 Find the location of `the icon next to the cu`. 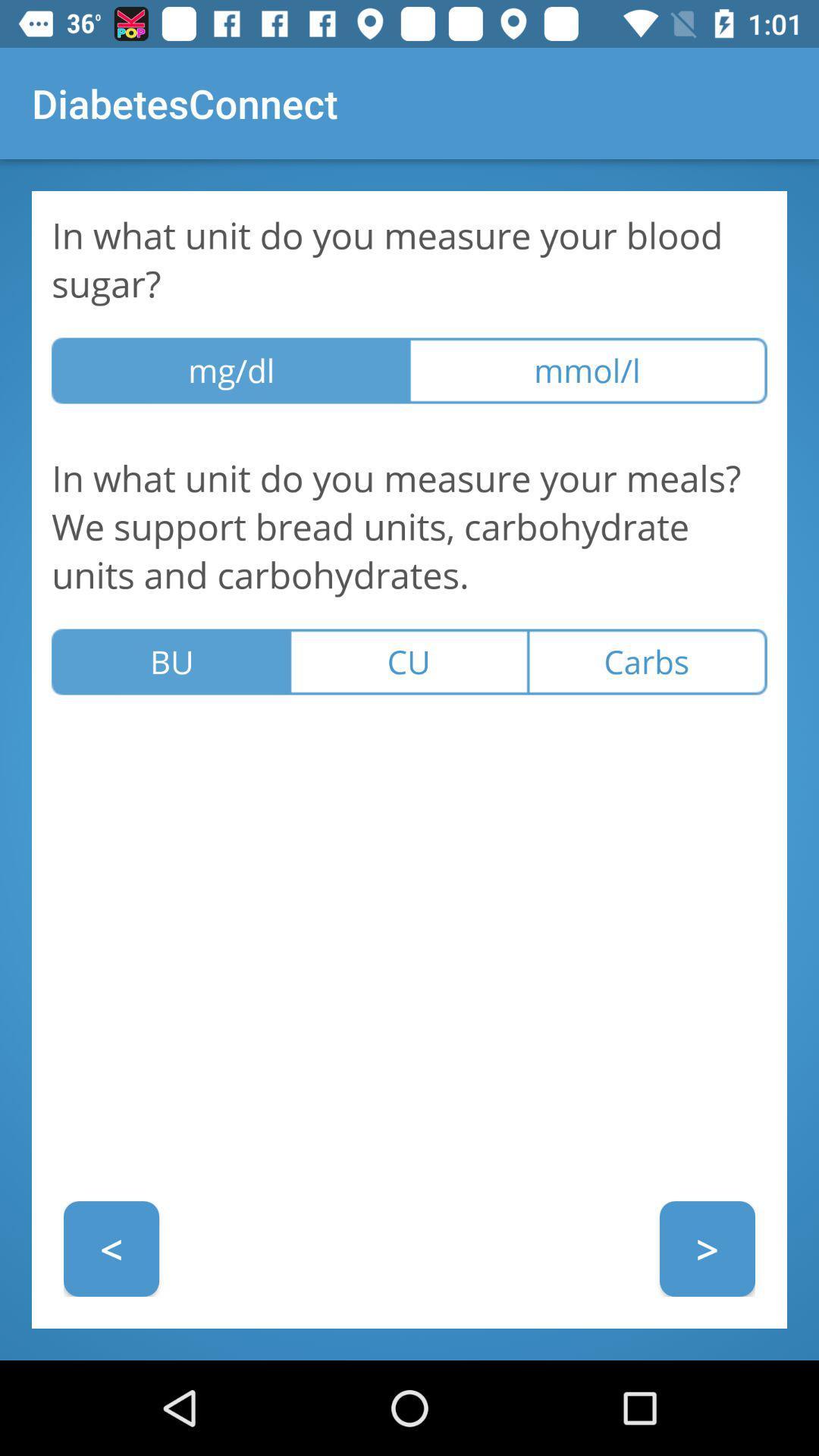

the icon next to the cu is located at coordinates (648, 662).